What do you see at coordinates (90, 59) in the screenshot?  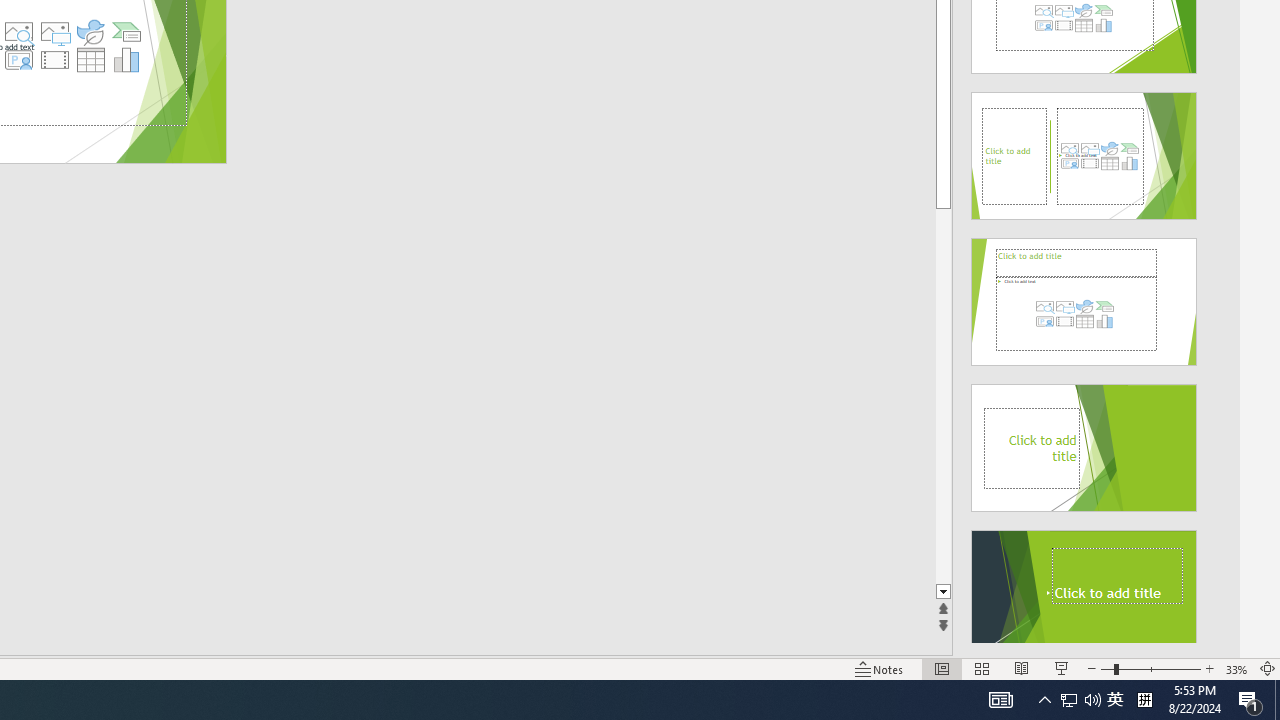 I see `'Insert Table'` at bounding box center [90, 59].